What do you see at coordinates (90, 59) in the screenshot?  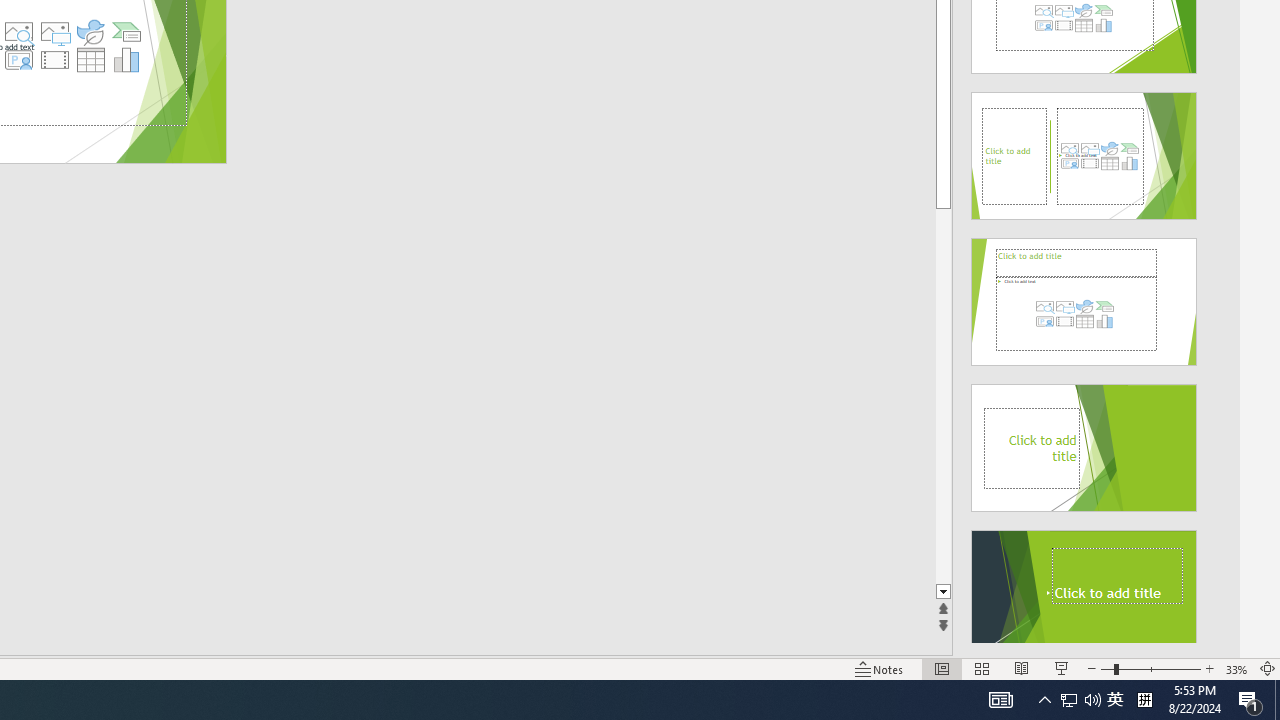 I see `'Insert Table'` at bounding box center [90, 59].